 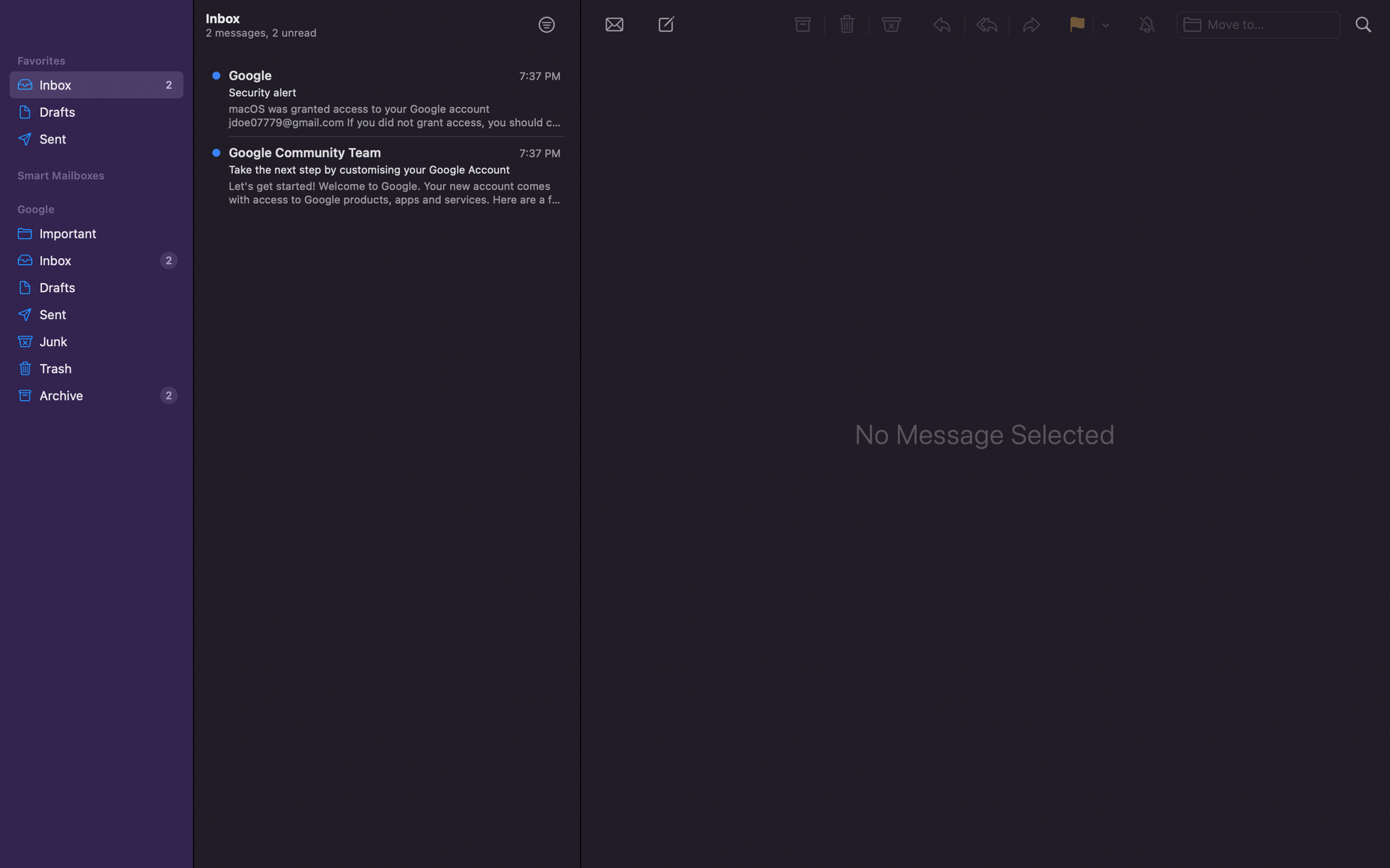 I want to click on Pick the feature to compose a brand new email, so click(x=669, y=26).